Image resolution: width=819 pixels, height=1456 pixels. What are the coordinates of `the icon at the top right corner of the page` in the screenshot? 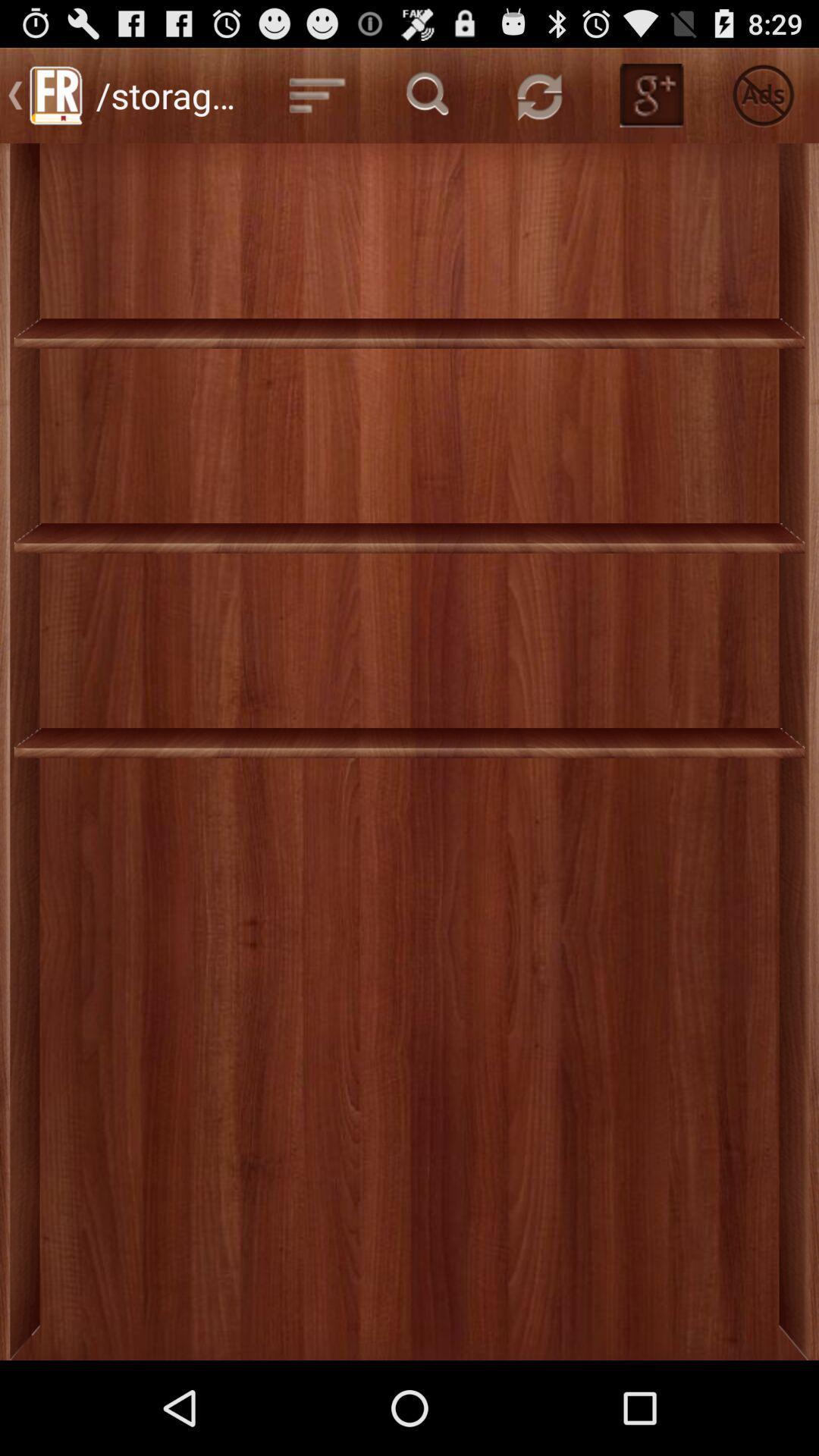 It's located at (763, 94).